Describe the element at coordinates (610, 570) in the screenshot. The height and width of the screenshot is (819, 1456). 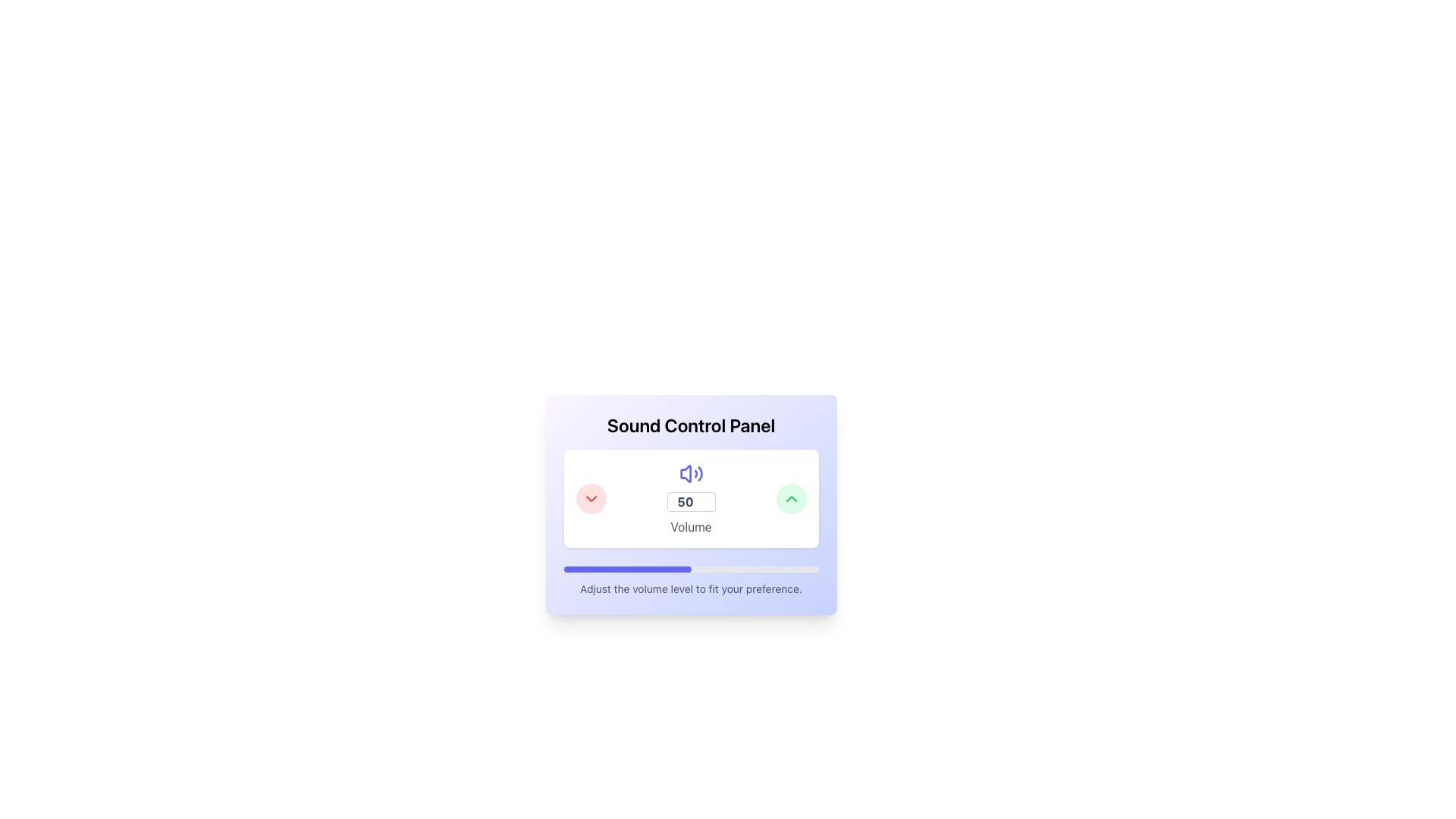
I see `the volume` at that location.